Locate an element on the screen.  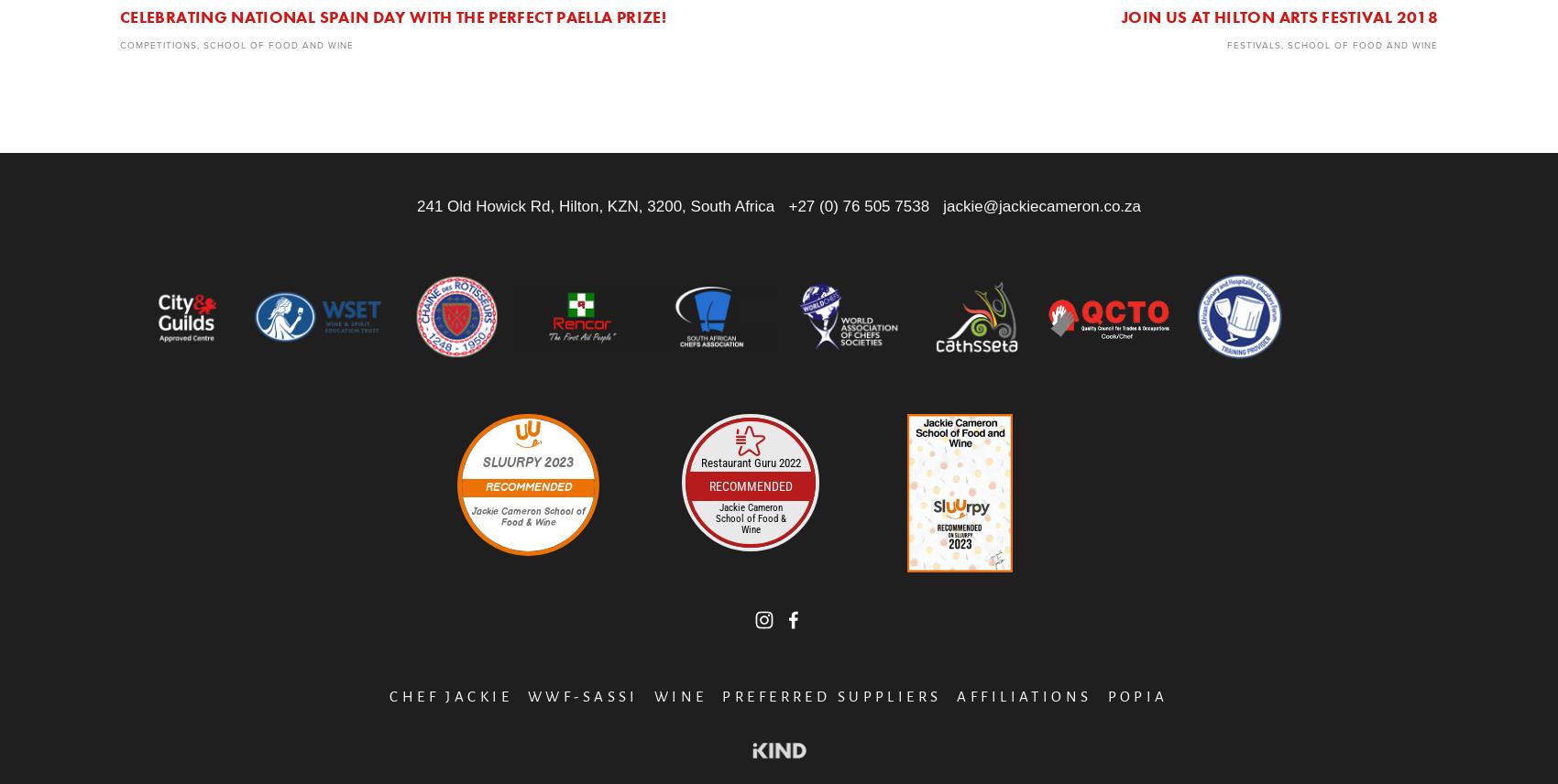
'POPIA' is located at coordinates (1106, 694).